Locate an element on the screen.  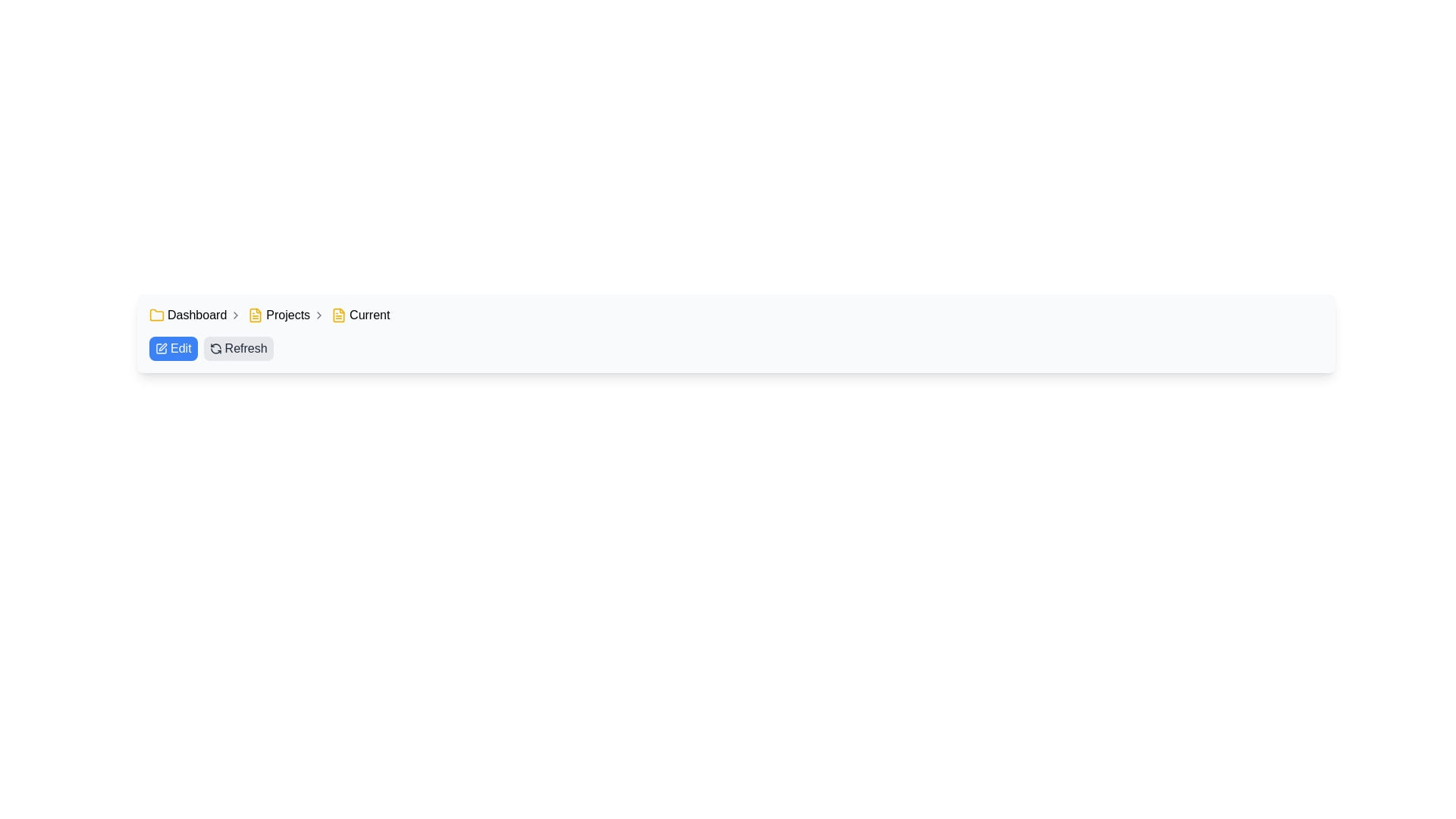
the Chevron Right icon, which serves as a separator in the breadcrumb navigation bar, located directly to the right of the 'Projects' text is located at coordinates (318, 315).